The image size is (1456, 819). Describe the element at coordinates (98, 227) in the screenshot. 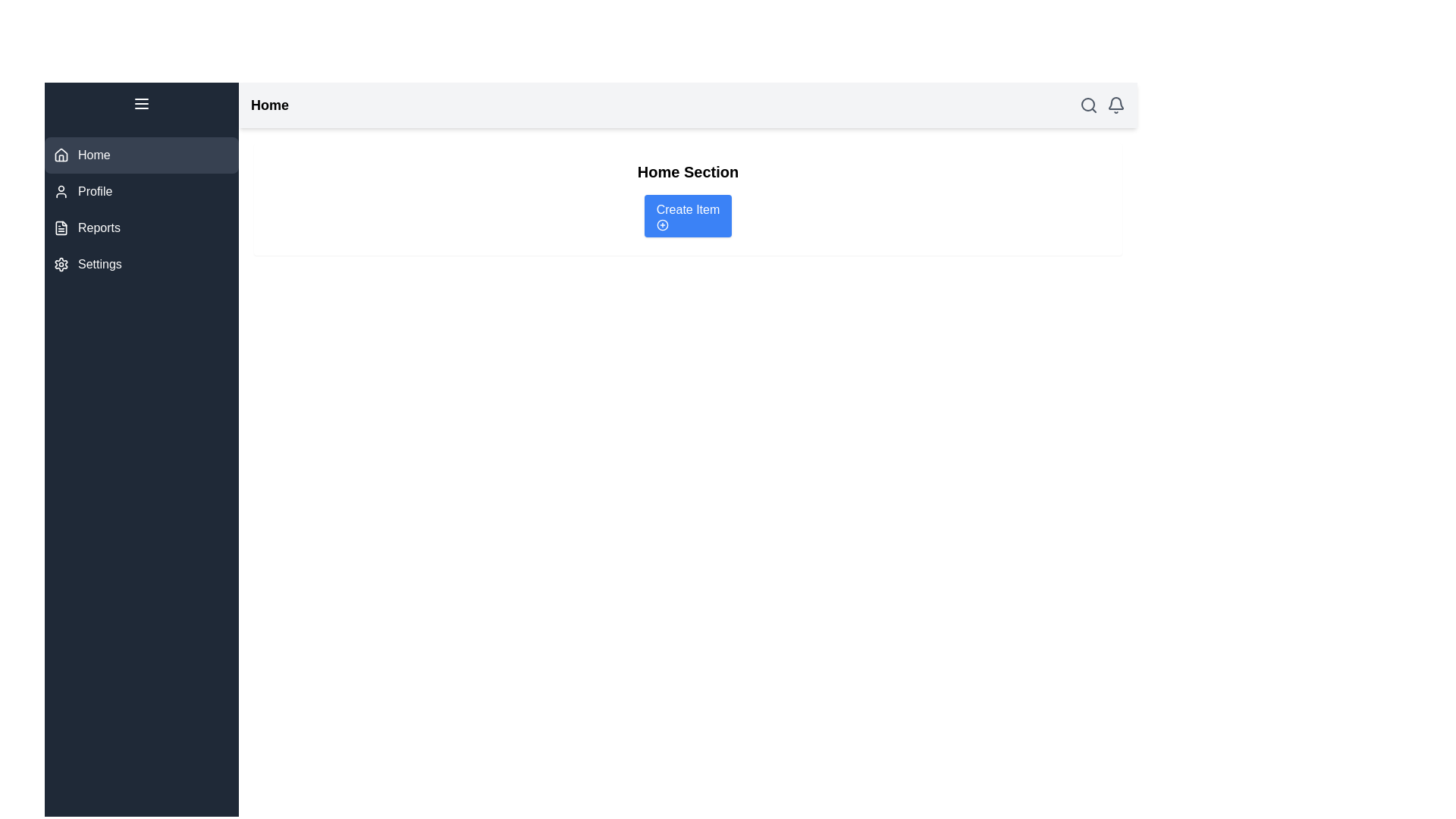

I see `the Text label that serves as a navigation link` at that location.